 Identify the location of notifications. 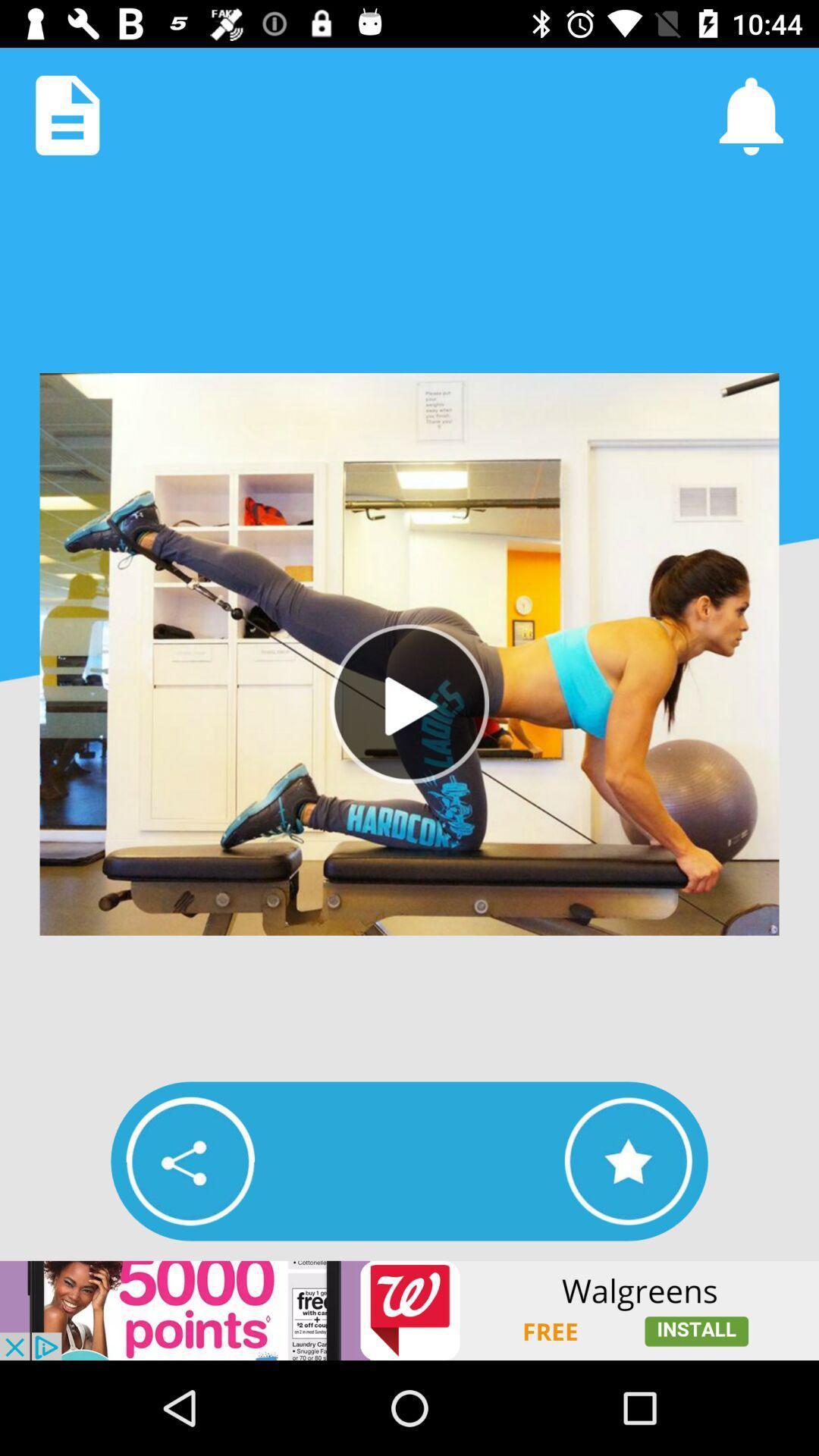
(751, 115).